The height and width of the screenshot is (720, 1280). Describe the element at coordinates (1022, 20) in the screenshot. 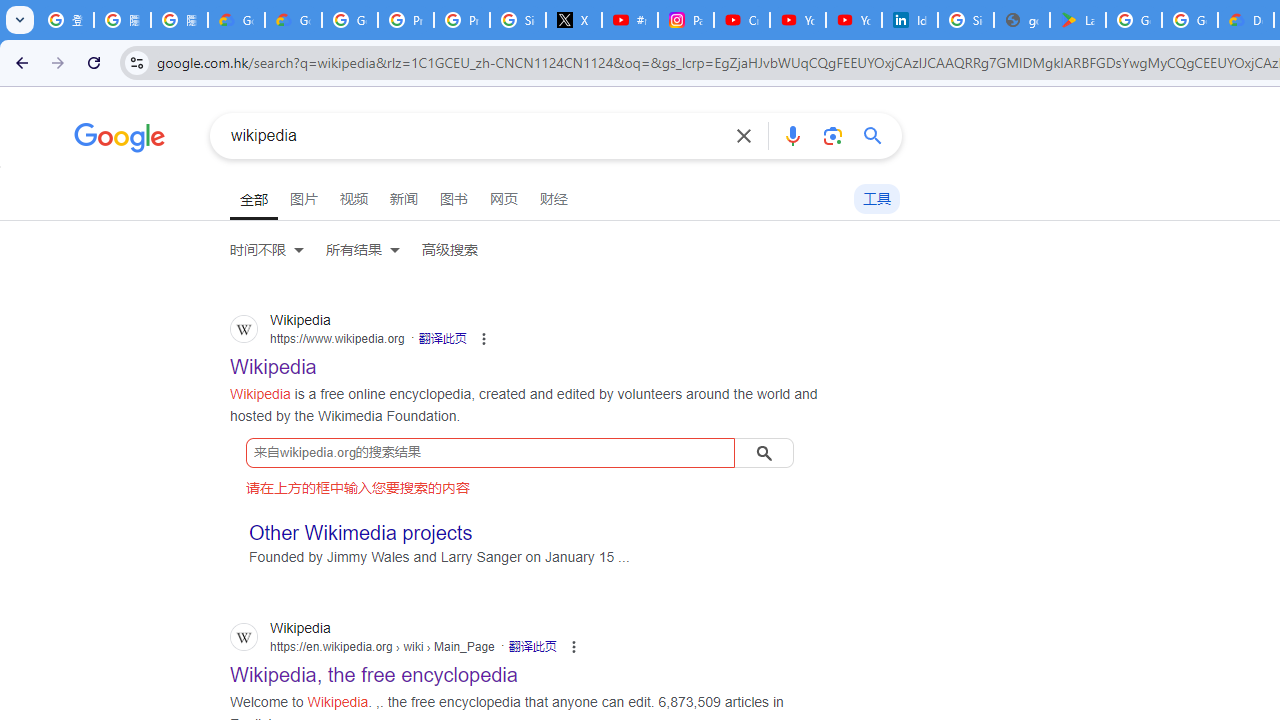

I see `'google_privacy_policy_en.pdf'` at that location.